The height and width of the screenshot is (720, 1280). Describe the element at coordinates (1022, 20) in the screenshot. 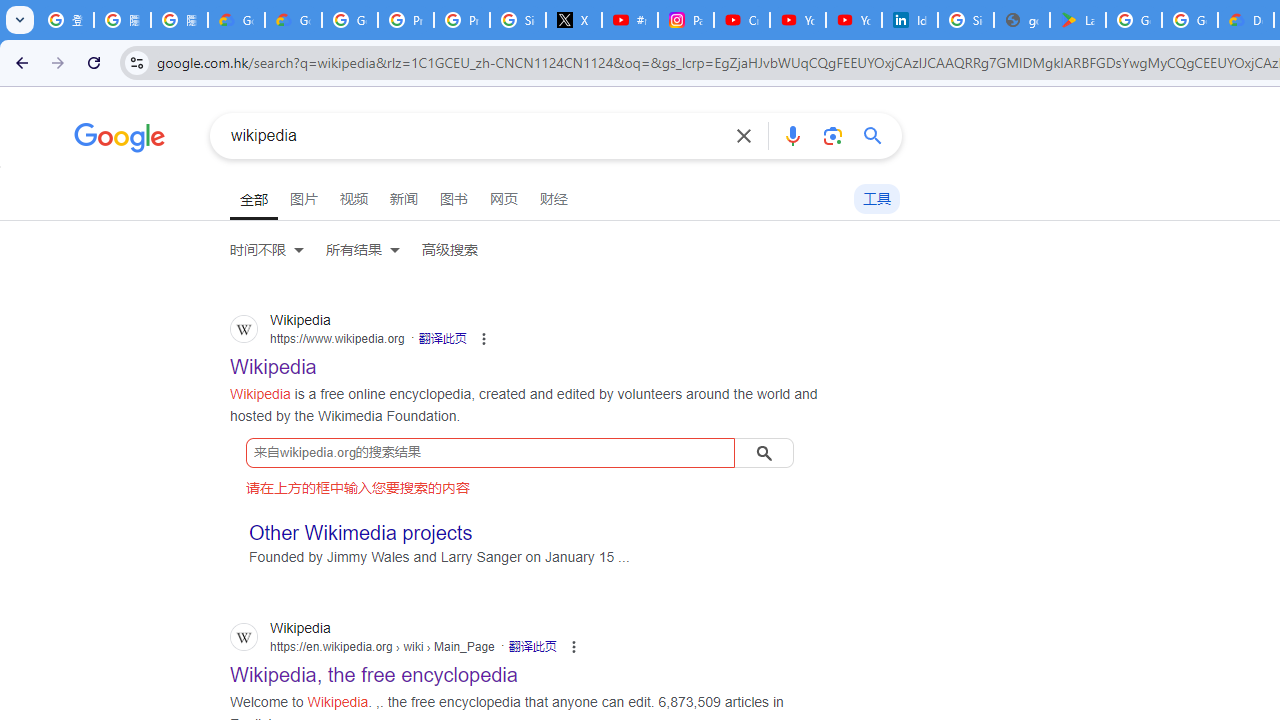

I see `'google_privacy_policy_en.pdf'` at that location.